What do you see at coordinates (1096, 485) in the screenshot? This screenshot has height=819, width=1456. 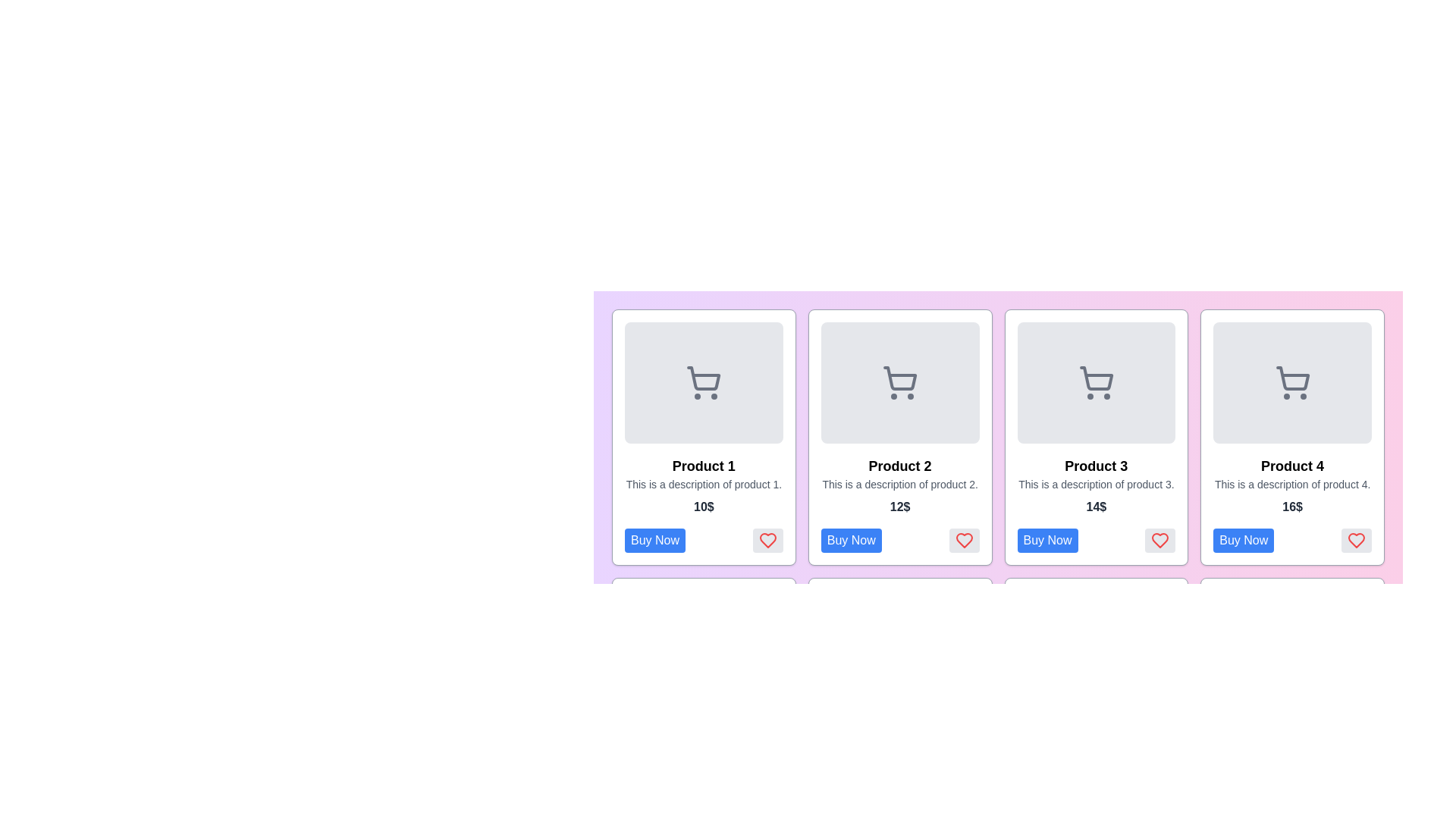 I see `description text "This is a description of product 3." located below the title "Product 3" and above the price "$14" in the third product card` at bounding box center [1096, 485].